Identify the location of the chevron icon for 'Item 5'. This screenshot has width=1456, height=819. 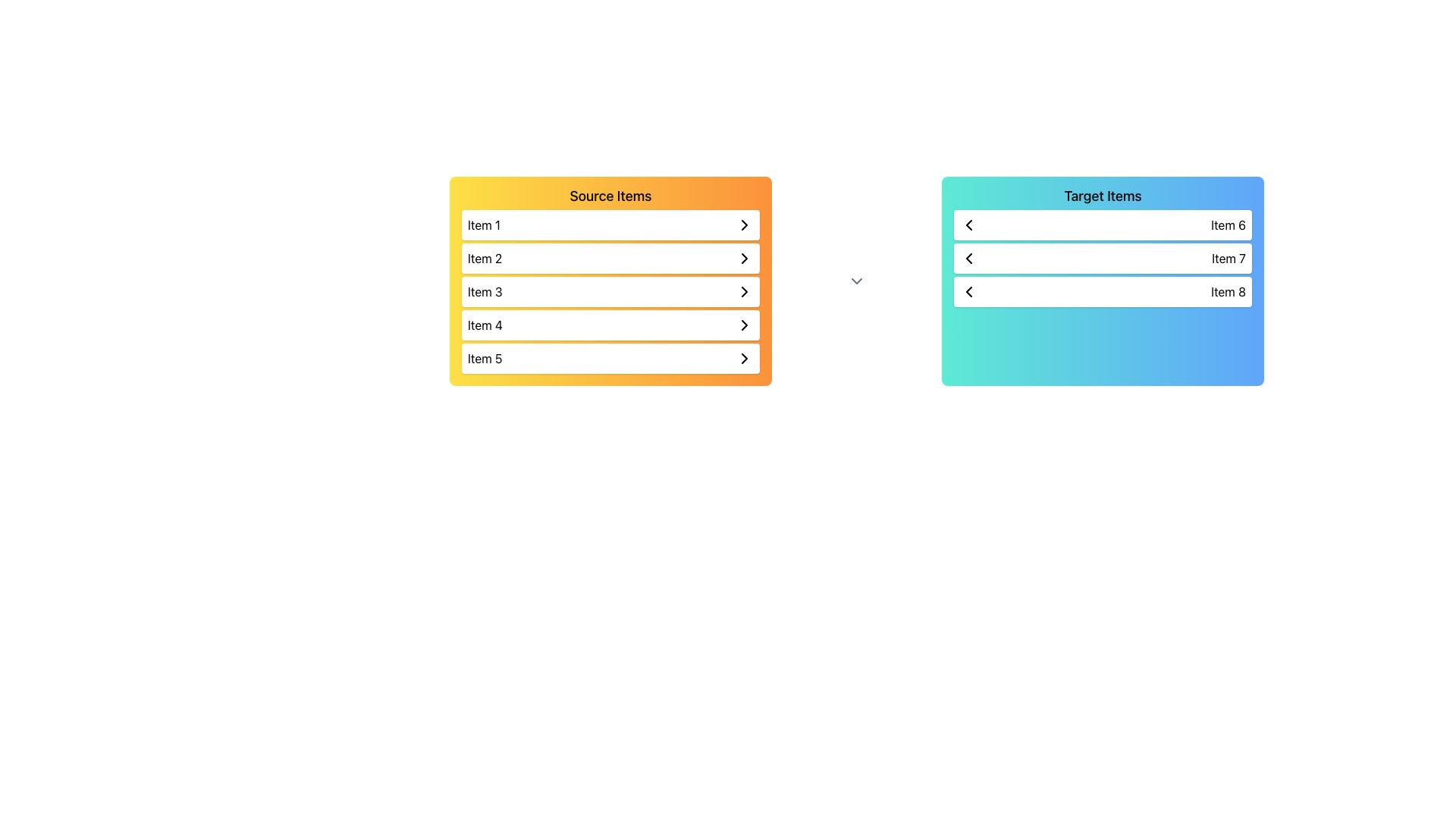
(744, 359).